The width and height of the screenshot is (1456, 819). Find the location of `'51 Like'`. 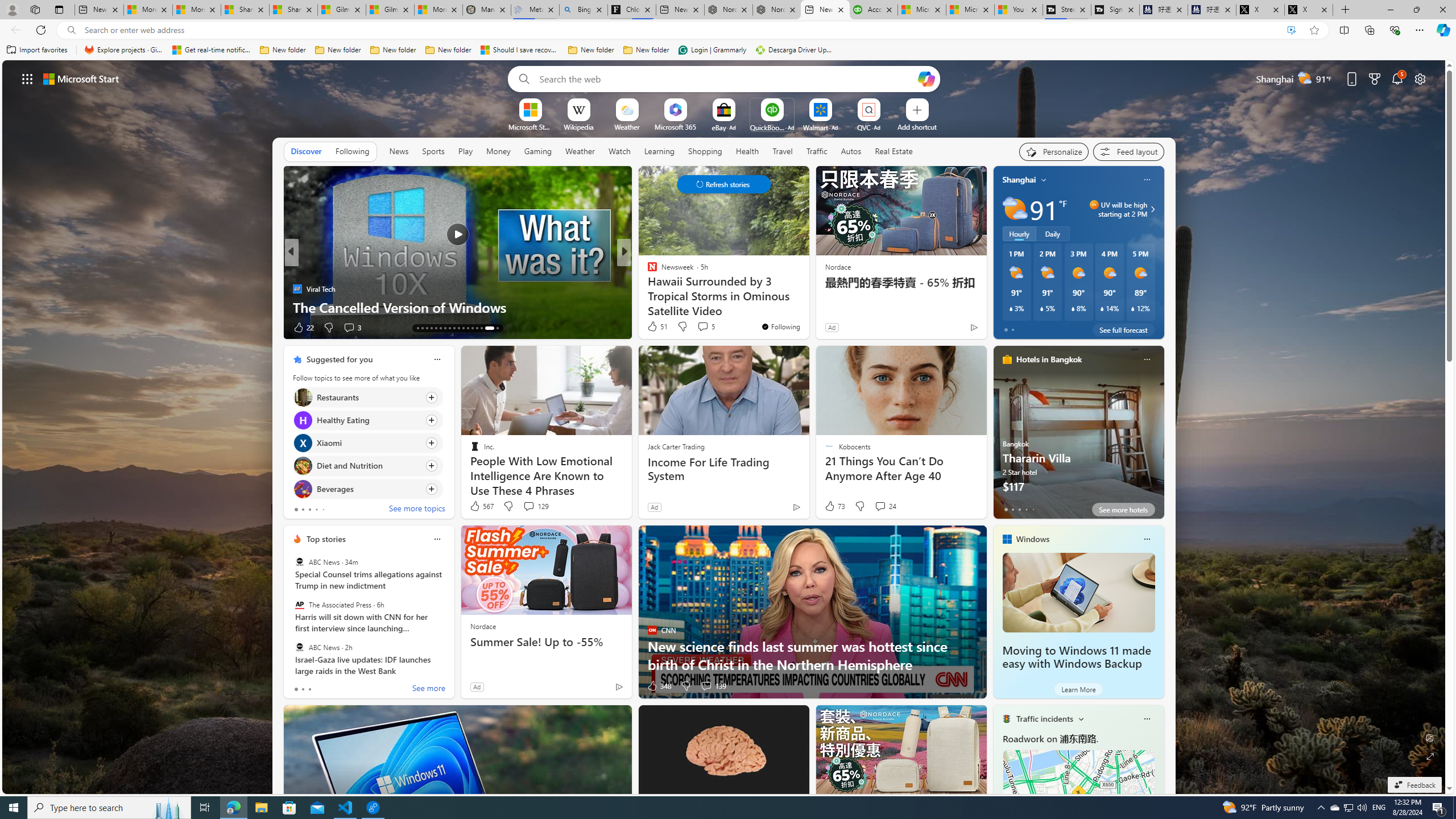

'51 Like' is located at coordinates (656, 325).